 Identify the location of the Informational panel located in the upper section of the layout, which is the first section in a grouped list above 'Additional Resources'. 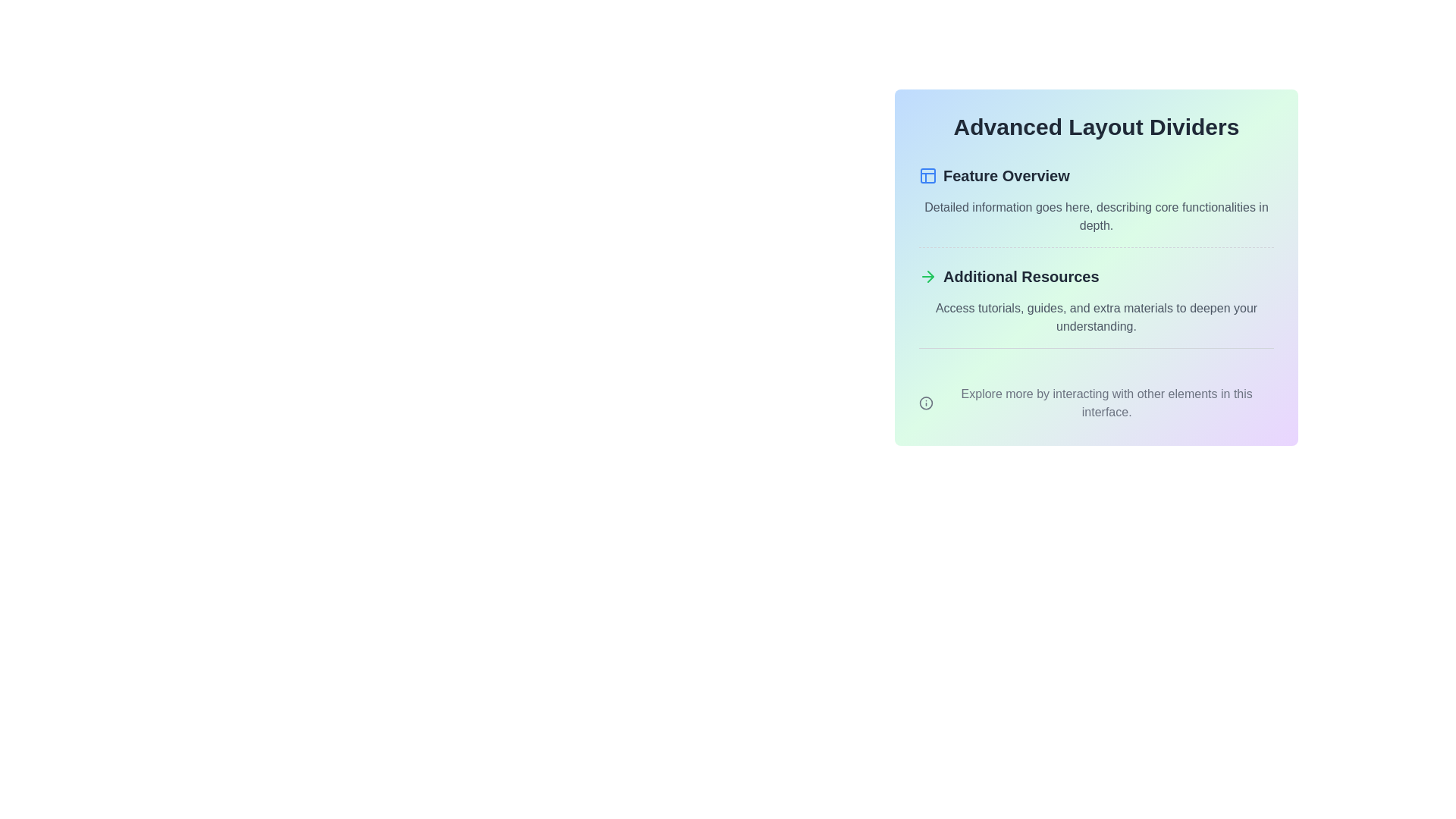
(1096, 206).